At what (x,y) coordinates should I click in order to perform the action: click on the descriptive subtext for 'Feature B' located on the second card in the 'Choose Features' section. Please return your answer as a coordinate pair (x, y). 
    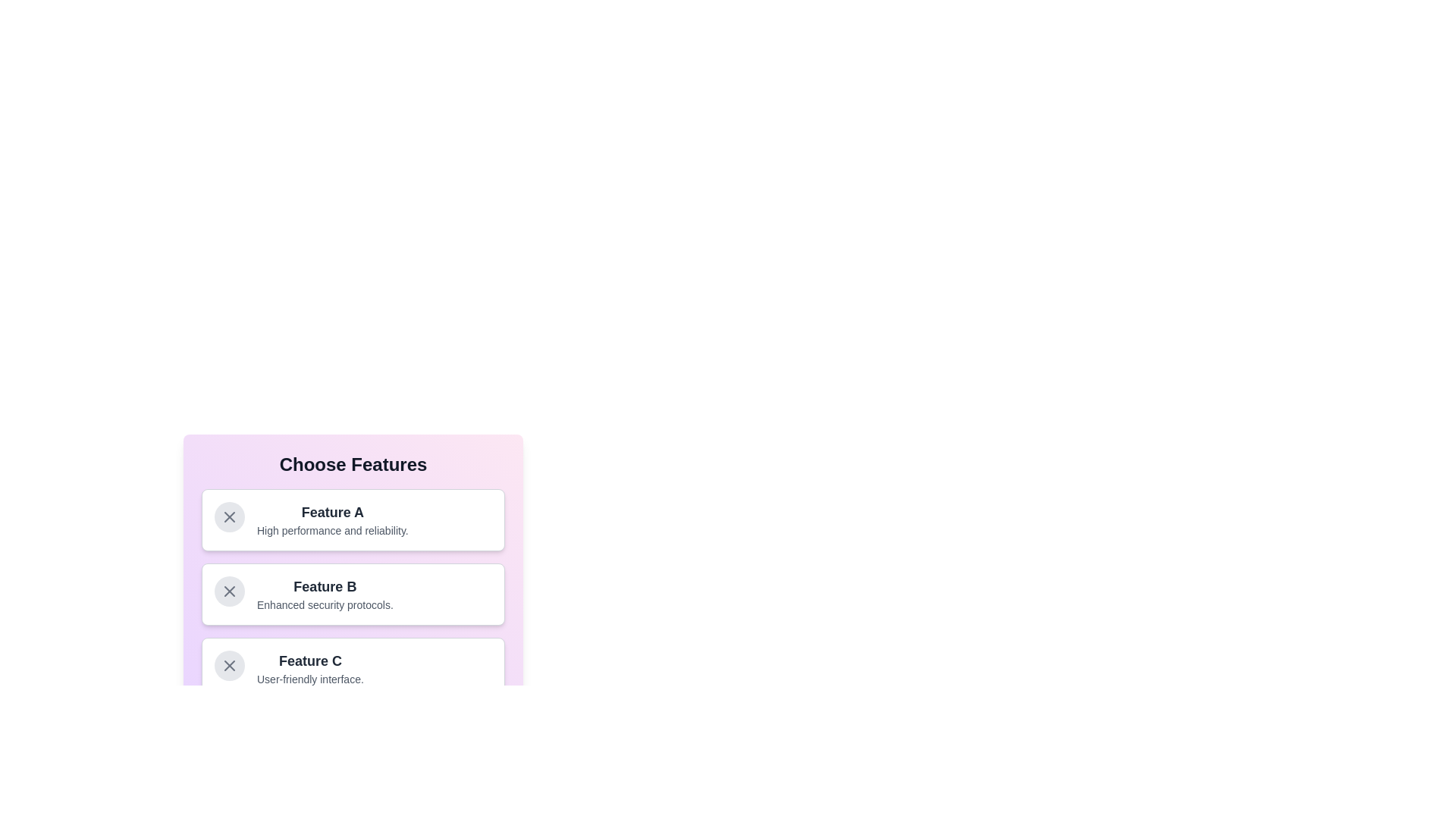
    Looking at the image, I should click on (324, 604).